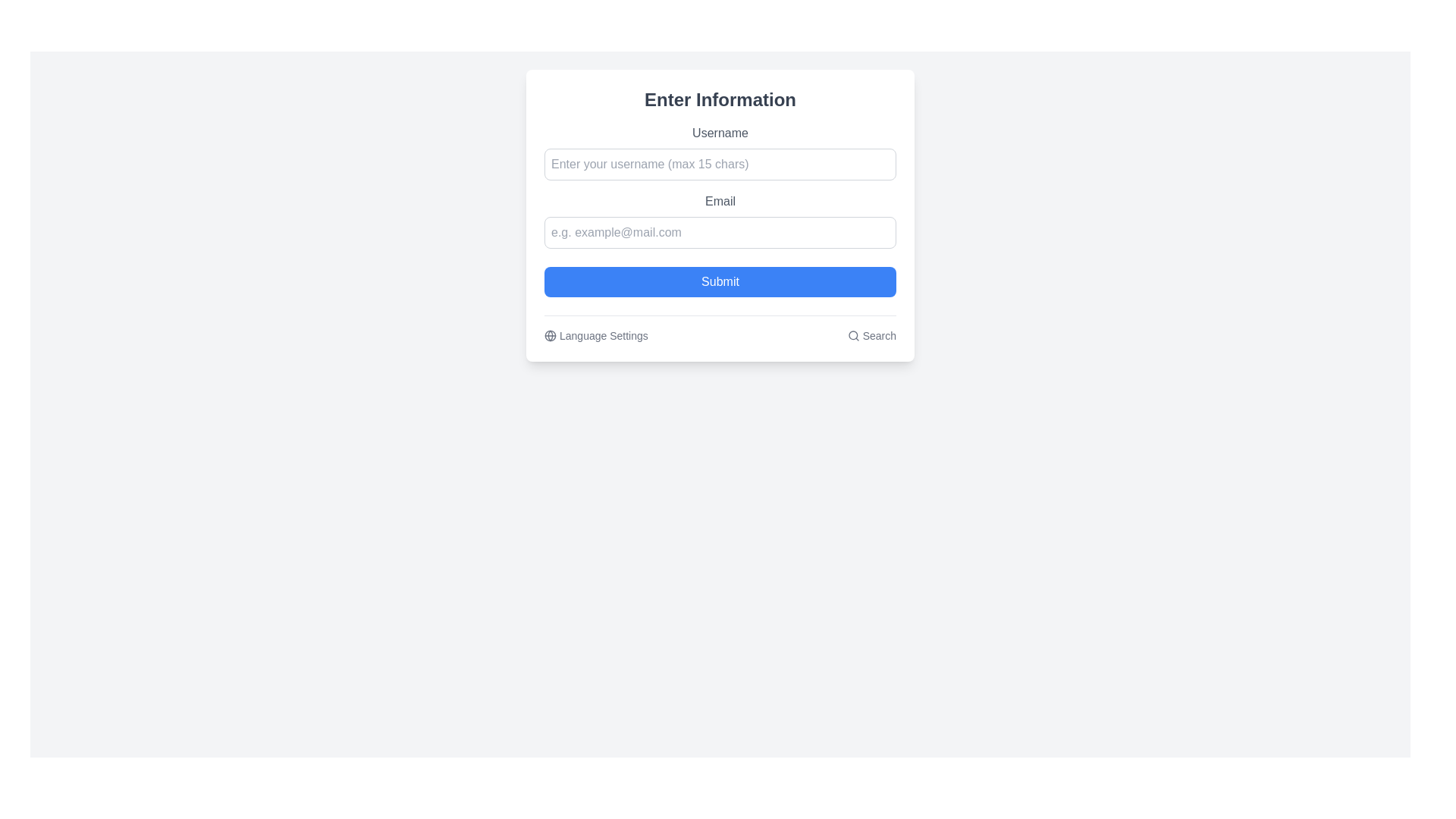 The height and width of the screenshot is (819, 1456). What do you see at coordinates (853, 335) in the screenshot?
I see `the small magnifying glass icon located at the bottom-right corner of the form card` at bounding box center [853, 335].